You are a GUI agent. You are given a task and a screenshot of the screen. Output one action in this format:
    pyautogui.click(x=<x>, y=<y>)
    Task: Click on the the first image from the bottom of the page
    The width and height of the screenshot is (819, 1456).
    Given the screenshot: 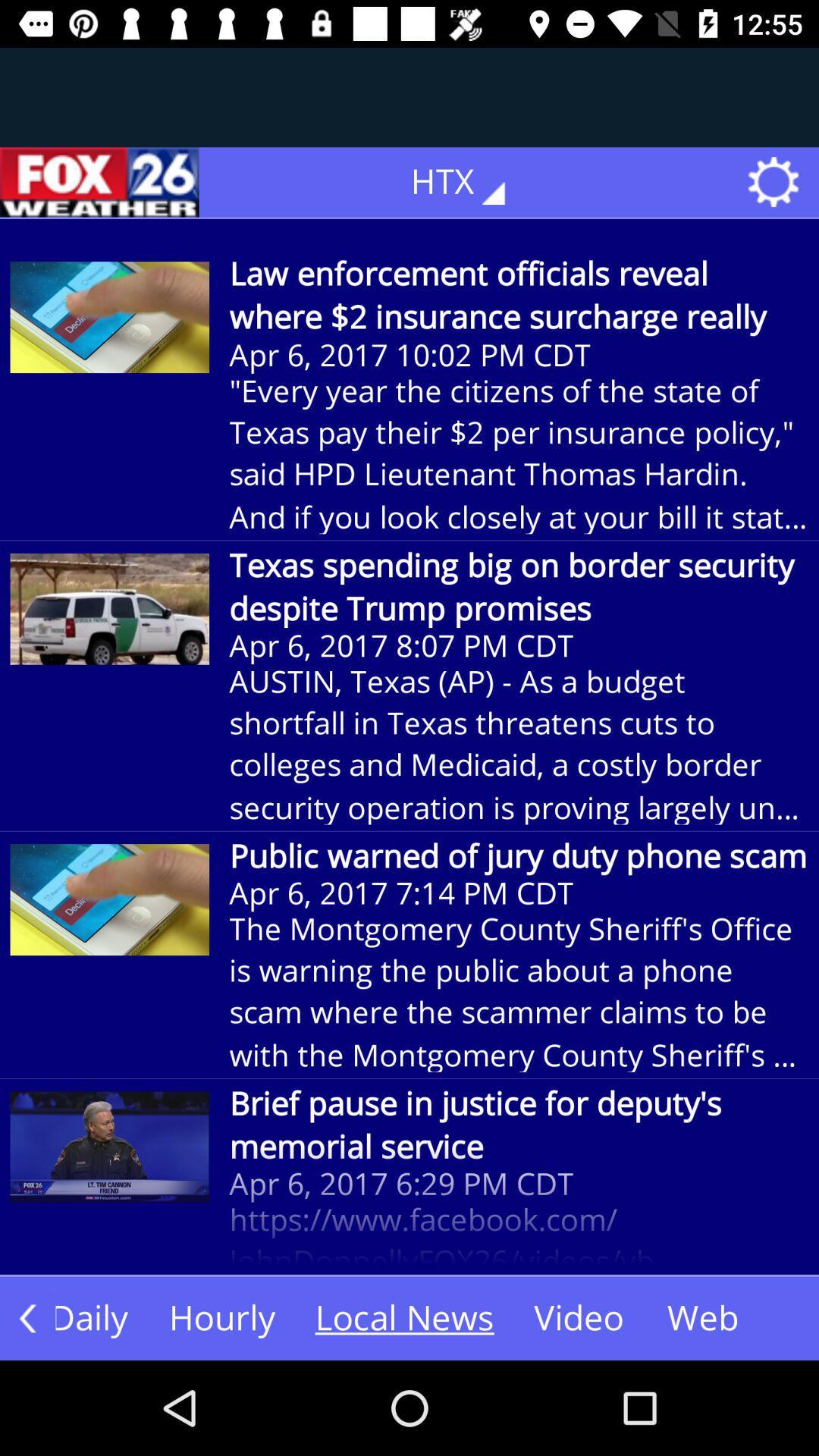 What is the action you would take?
    pyautogui.click(x=109, y=1147)
    